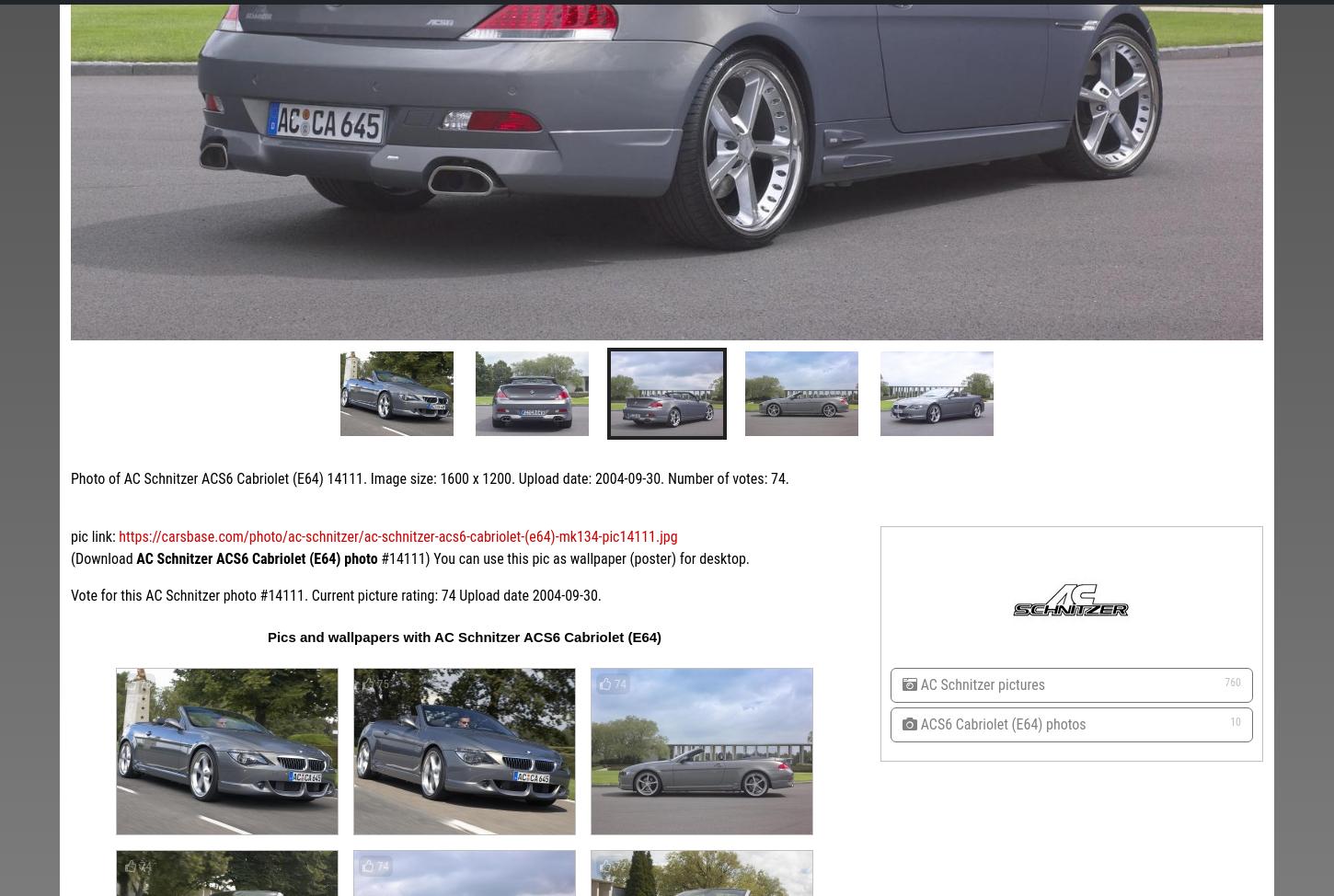  What do you see at coordinates (377, 419) in the screenshot?
I see `'AC Schnitzer BMW X3'` at bounding box center [377, 419].